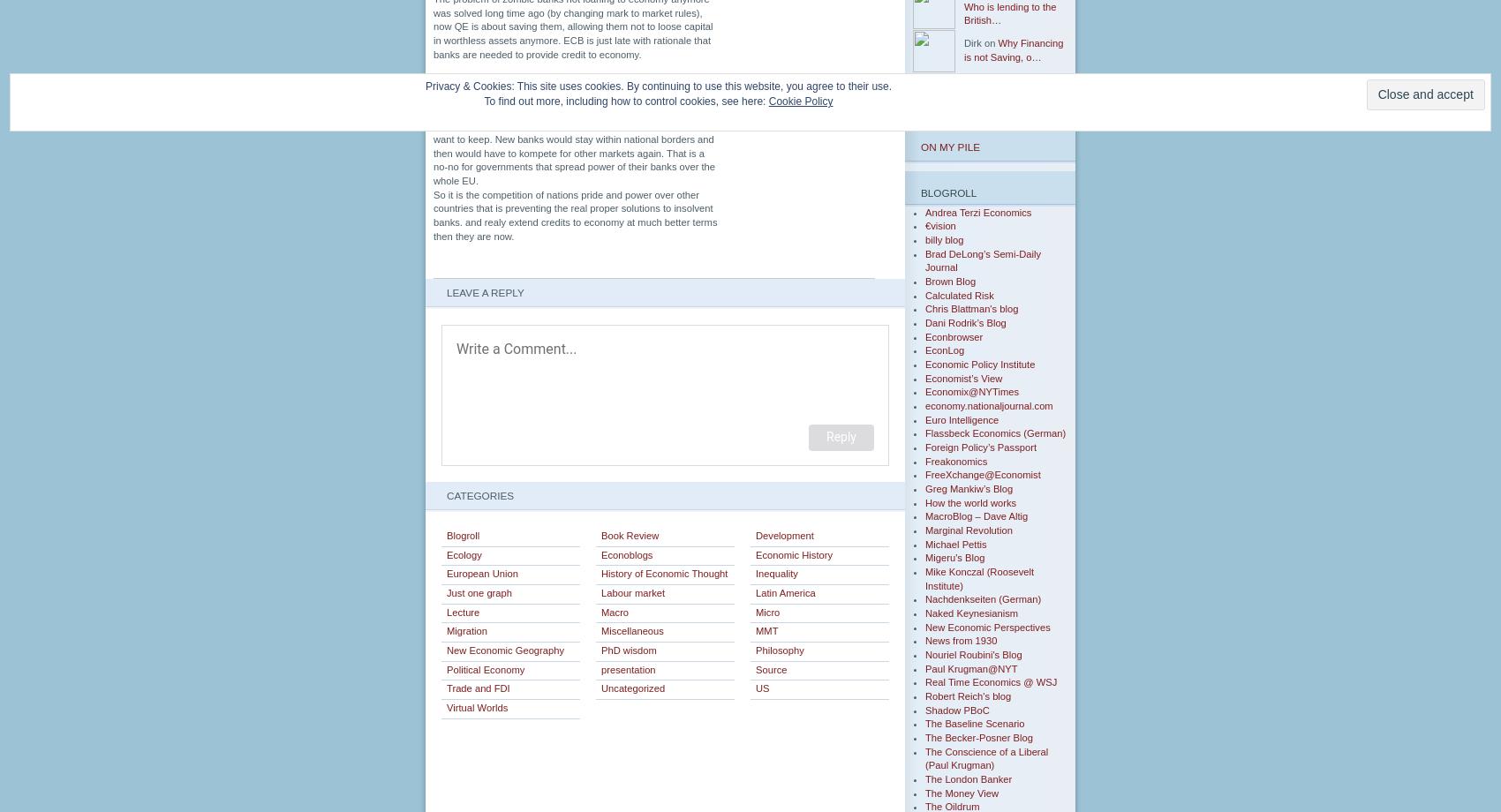 The image size is (1501, 812). What do you see at coordinates (924, 390) in the screenshot?
I see `'Economix@NYTimes'` at bounding box center [924, 390].